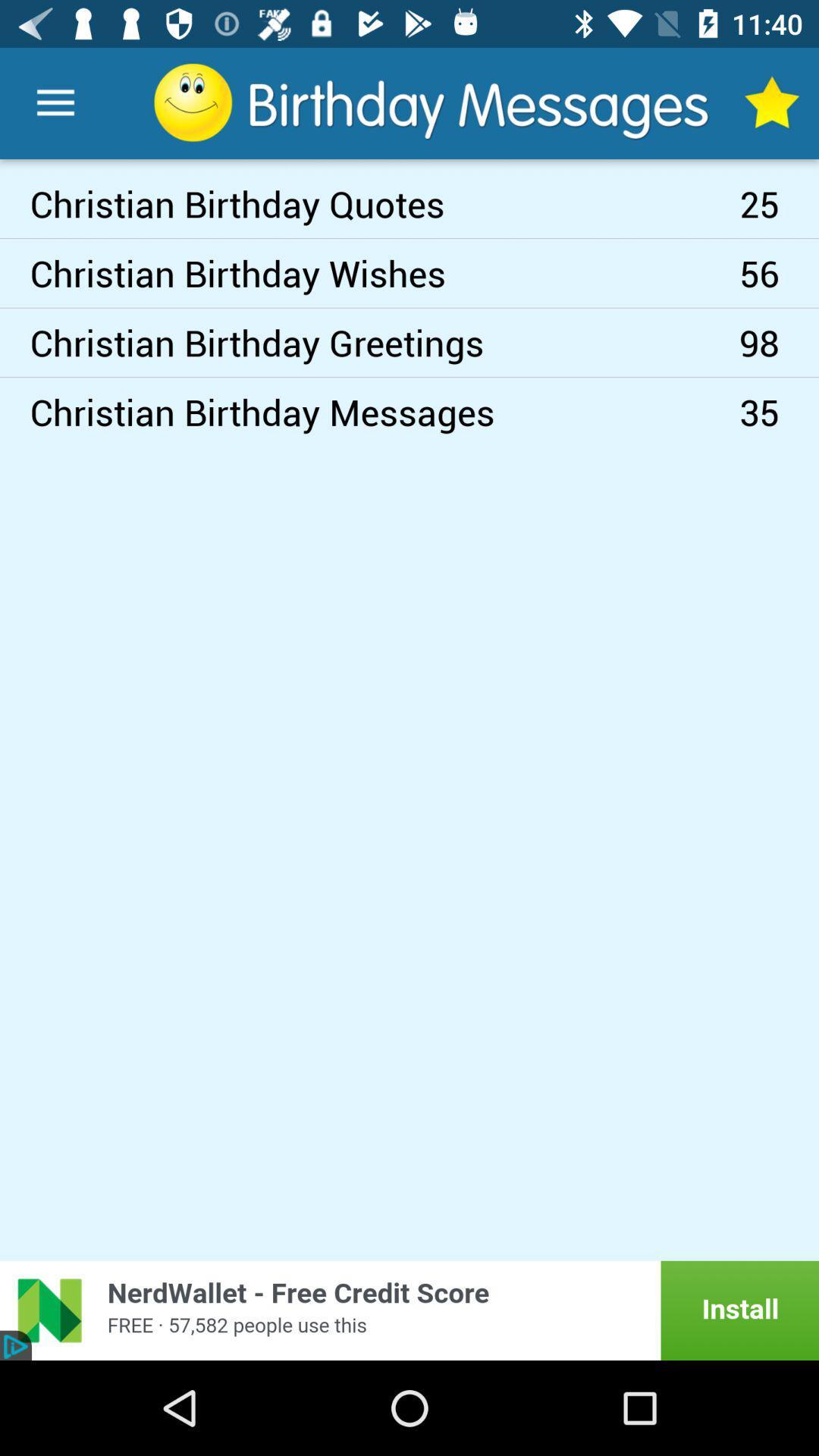  What do you see at coordinates (779, 412) in the screenshot?
I see `35 item` at bounding box center [779, 412].